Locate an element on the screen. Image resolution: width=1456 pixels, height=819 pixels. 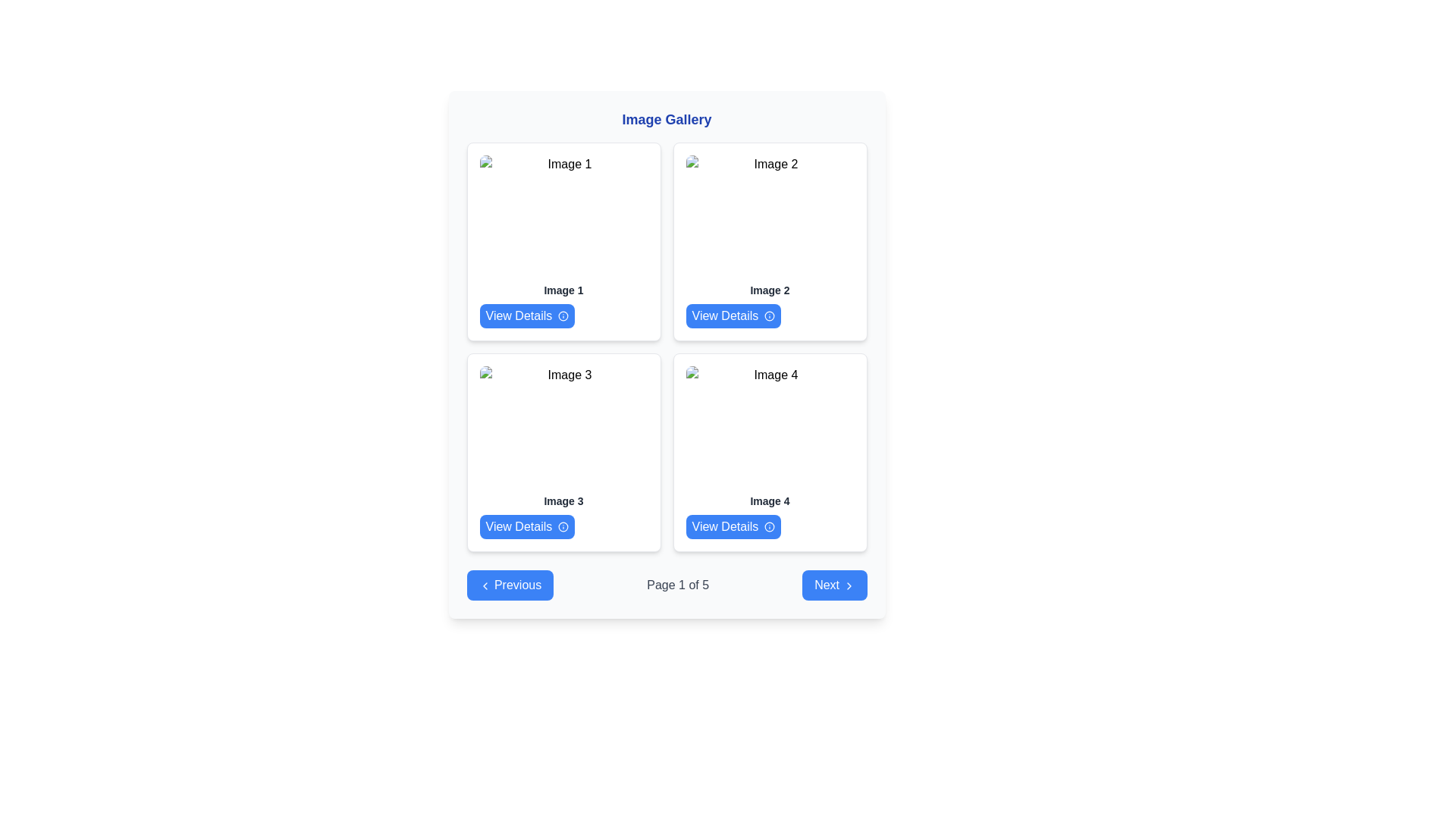
the informational icon located within the 'View Details' button of the fourth item in the image gallery, positioned towards the right side of the button is located at coordinates (770, 526).